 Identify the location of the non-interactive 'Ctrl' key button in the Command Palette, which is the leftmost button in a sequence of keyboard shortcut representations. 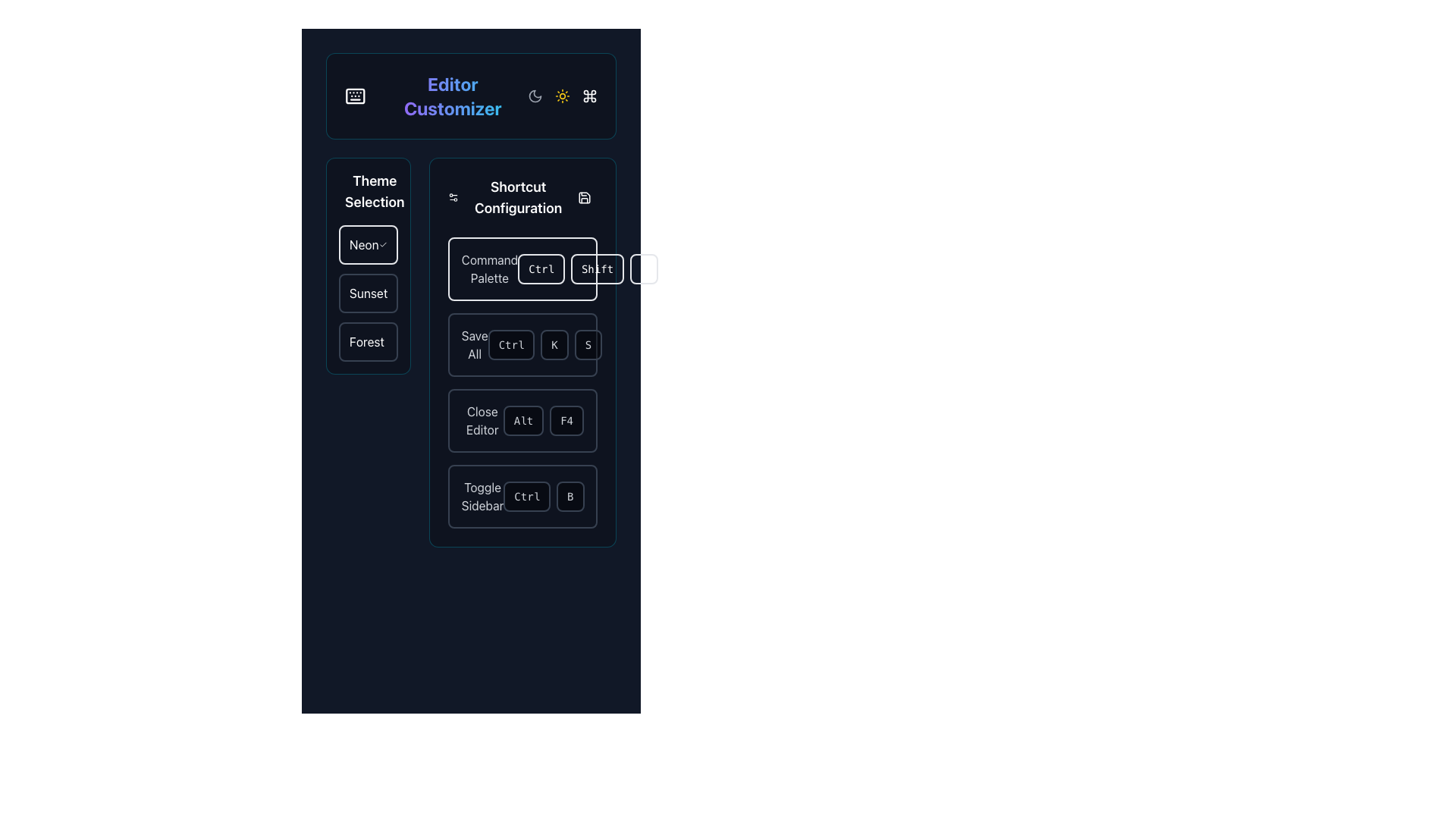
(541, 268).